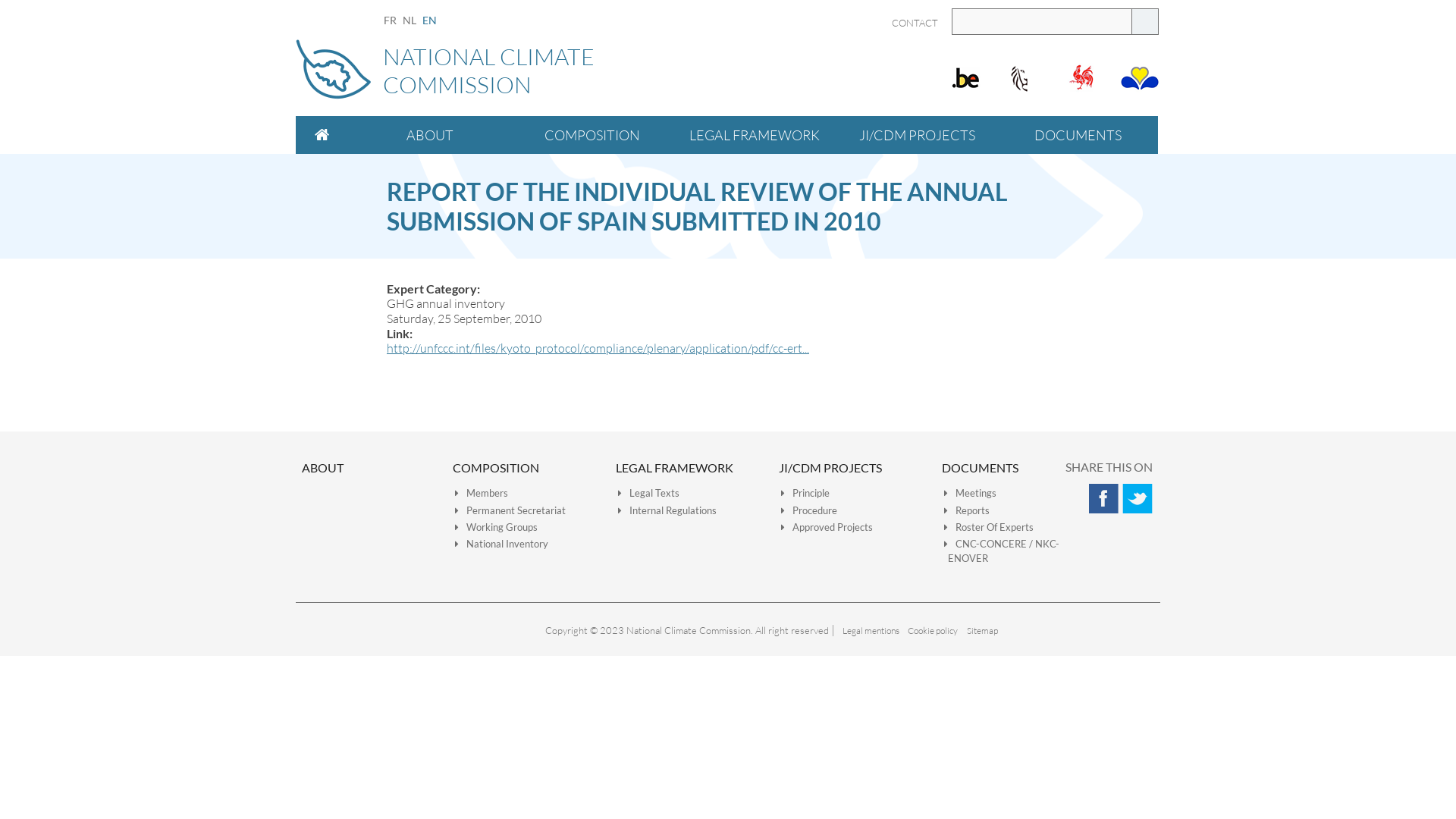 This screenshot has height=819, width=1456. Describe the element at coordinates (1145, 21) in the screenshot. I see `'Search'` at that location.